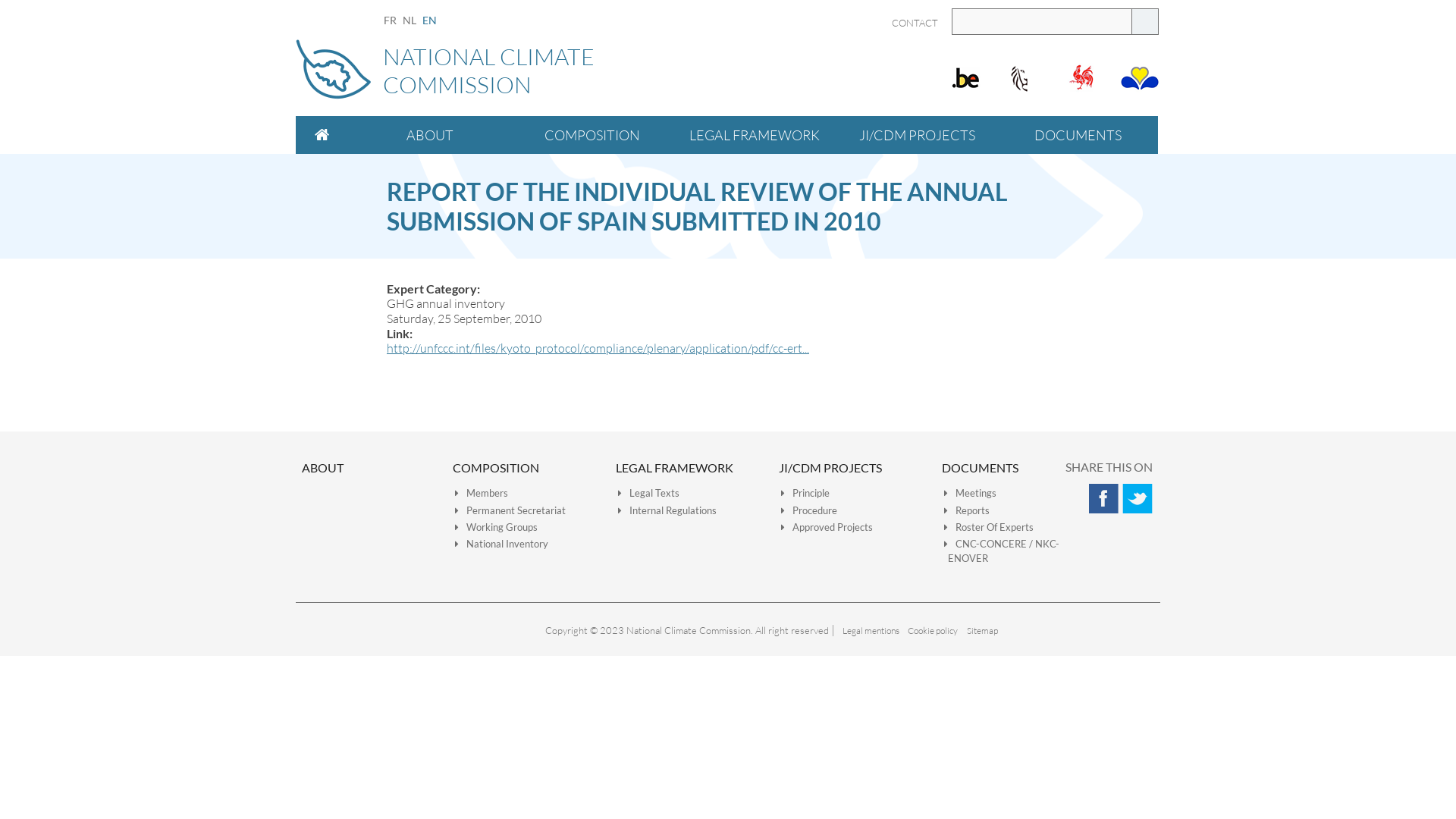 This screenshot has height=819, width=1456. Describe the element at coordinates (1145, 21) in the screenshot. I see `'Search'` at that location.